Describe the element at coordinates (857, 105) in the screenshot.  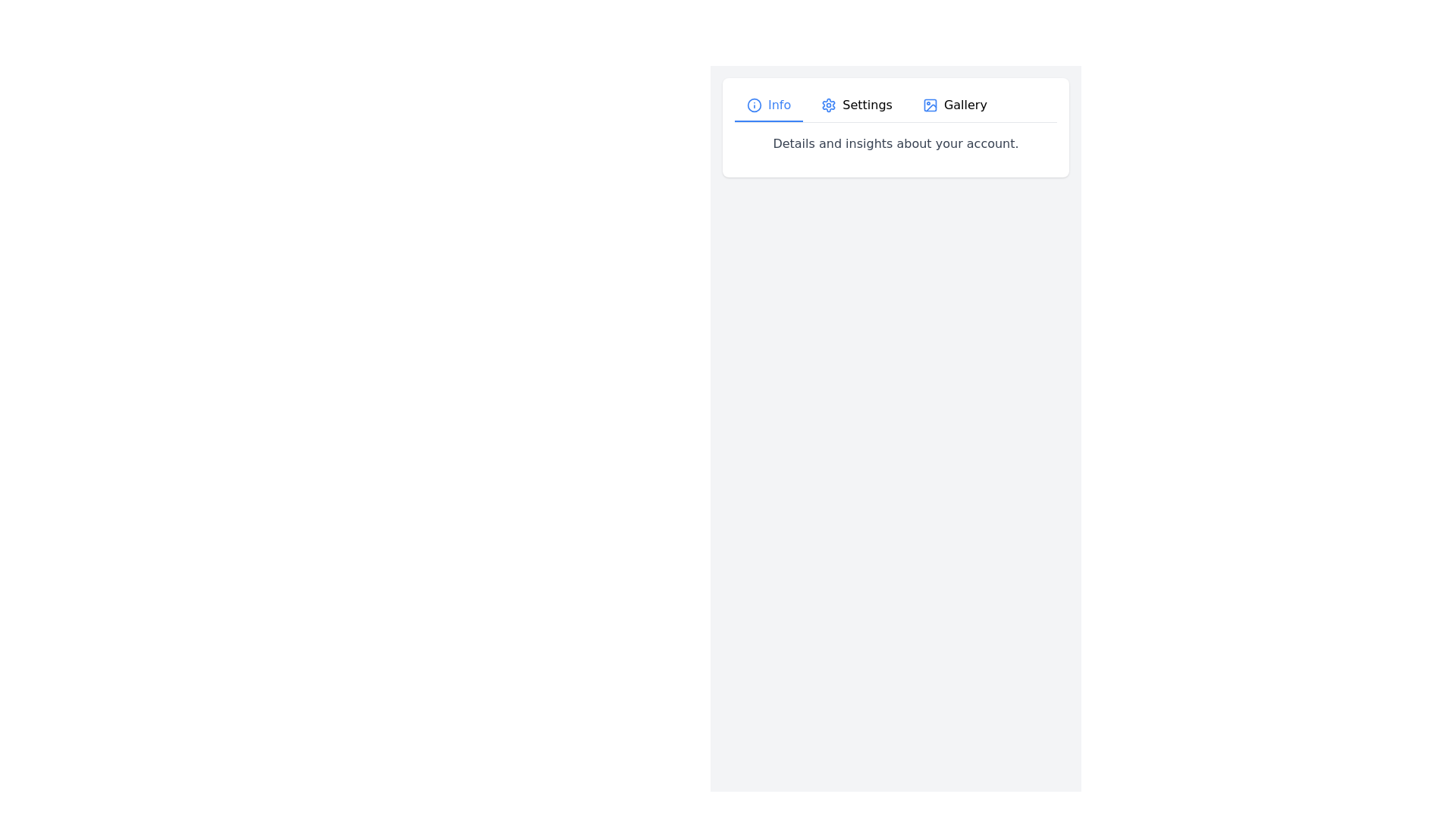
I see `the 'Settings' button, which features a blue gear icon and the text 'Settings'` at that location.